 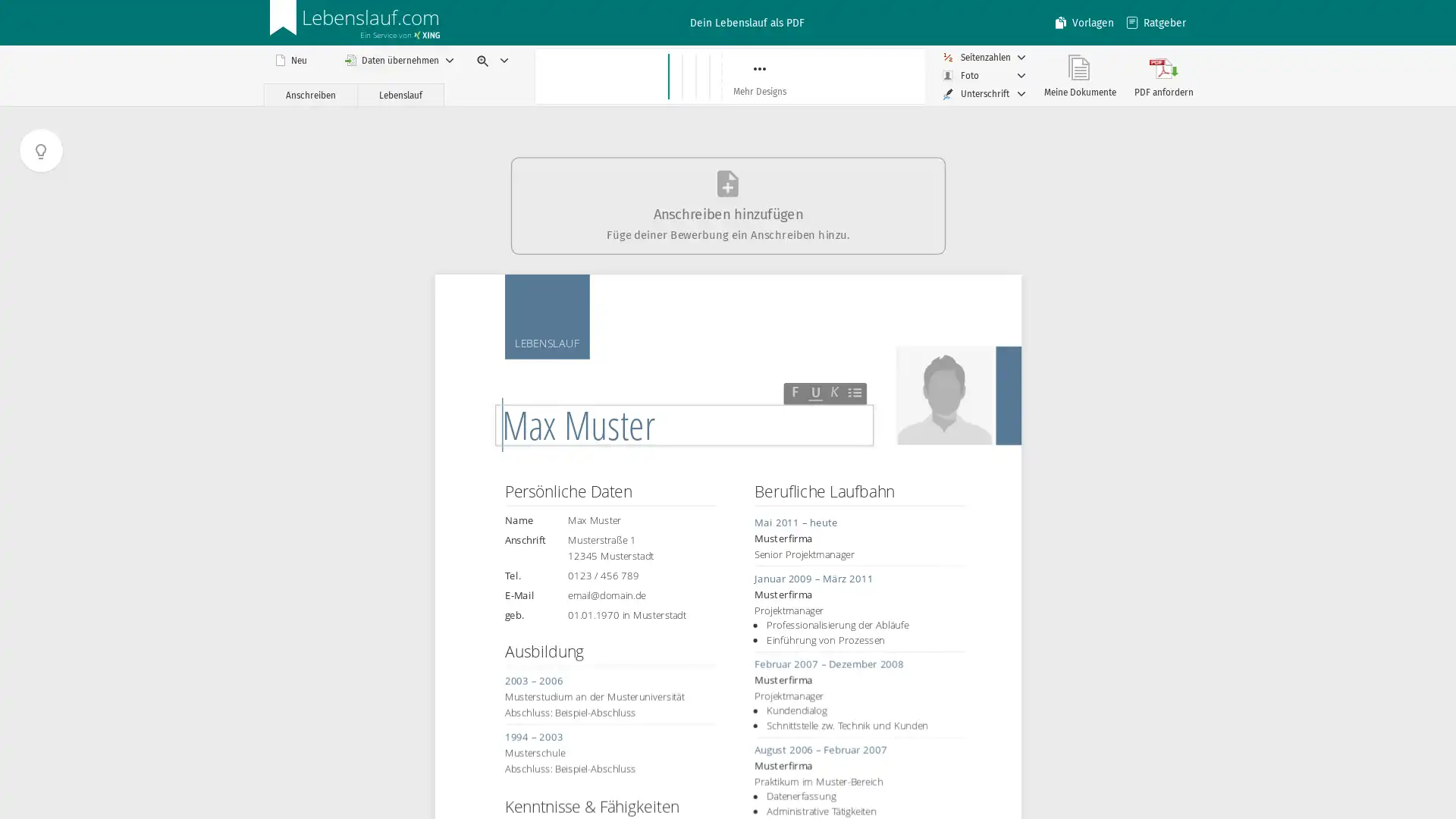 What do you see at coordinates (40, 149) in the screenshot?
I see `Tutorial anzeigen` at bounding box center [40, 149].